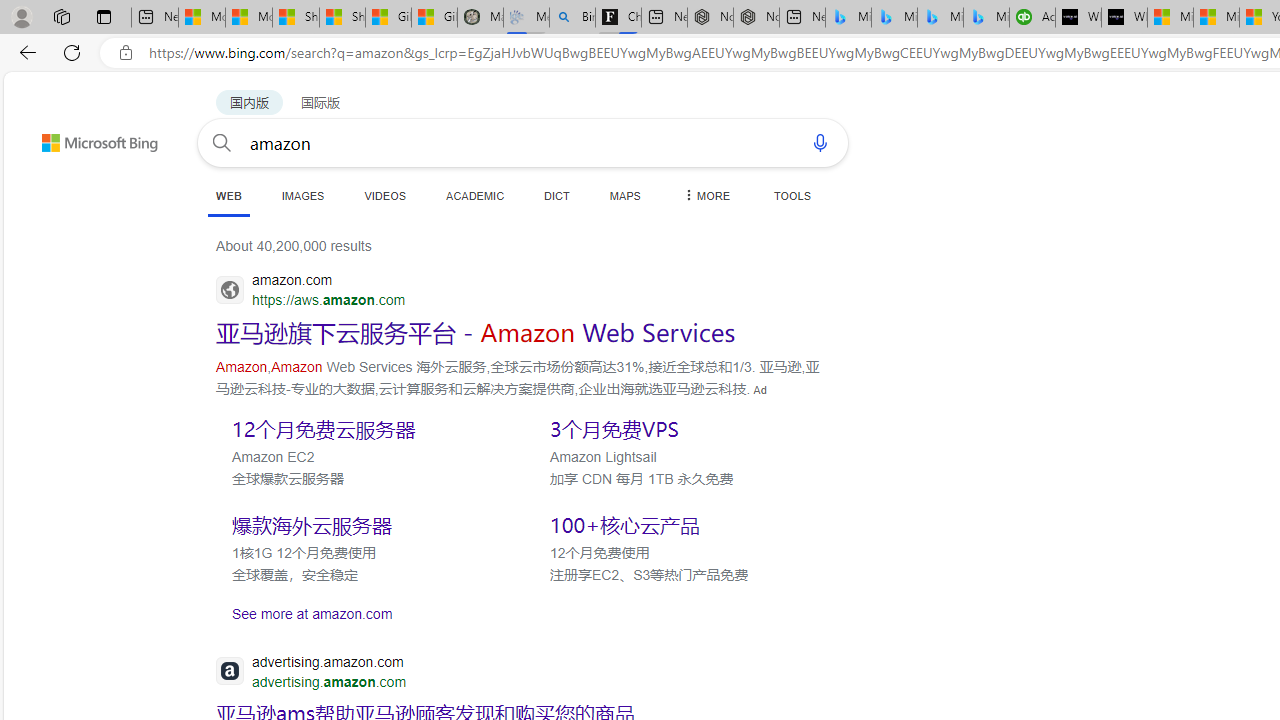 Image resolution: width=1280 pixels, height=720 pixels. Describe the element at coordinates (1032, 17) in the screenshot. I see `'Accounting Software for Accountants, CPAs and Bookkeepers'` at that location.